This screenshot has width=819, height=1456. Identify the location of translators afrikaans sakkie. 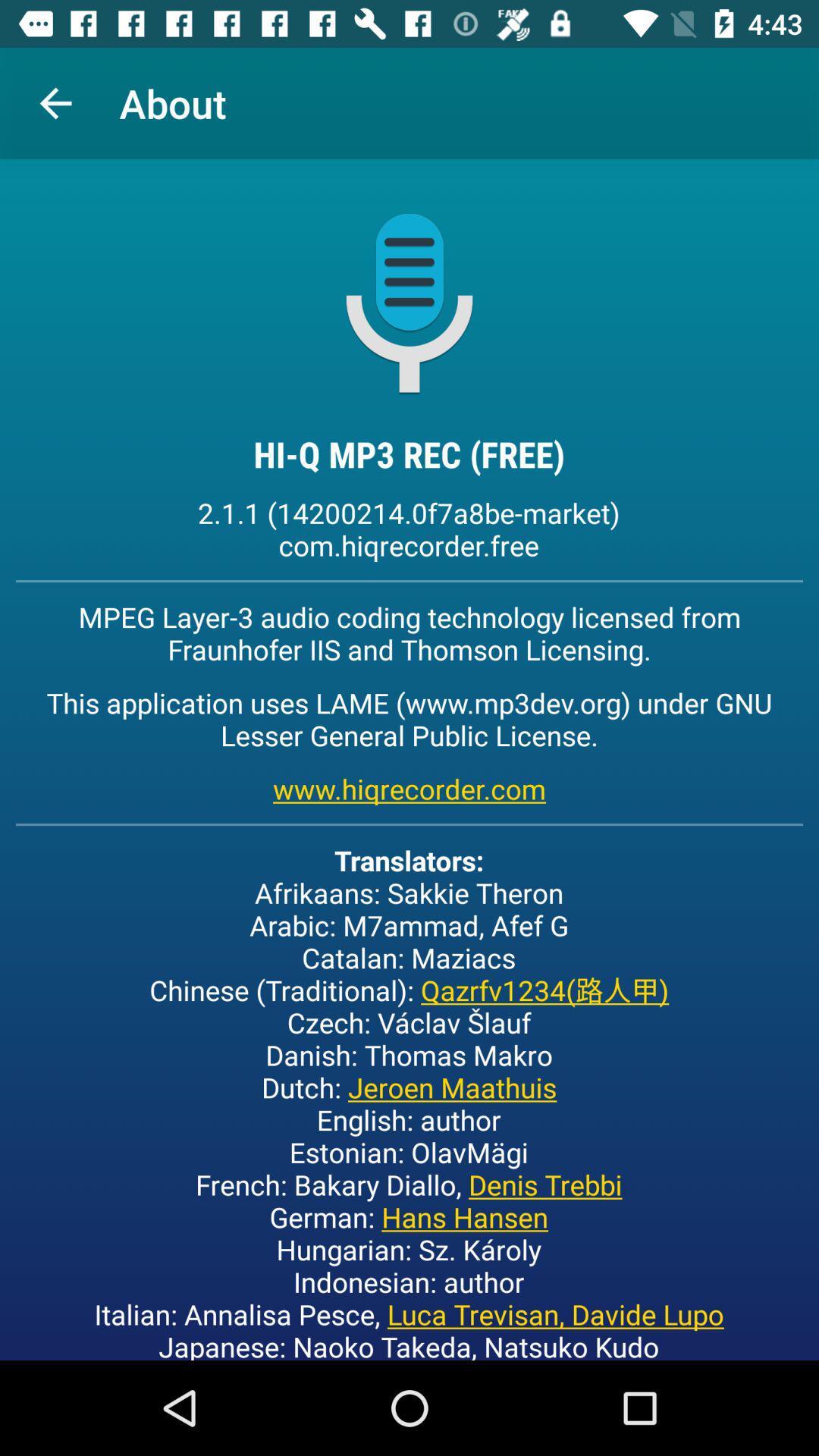
(408, 1100).